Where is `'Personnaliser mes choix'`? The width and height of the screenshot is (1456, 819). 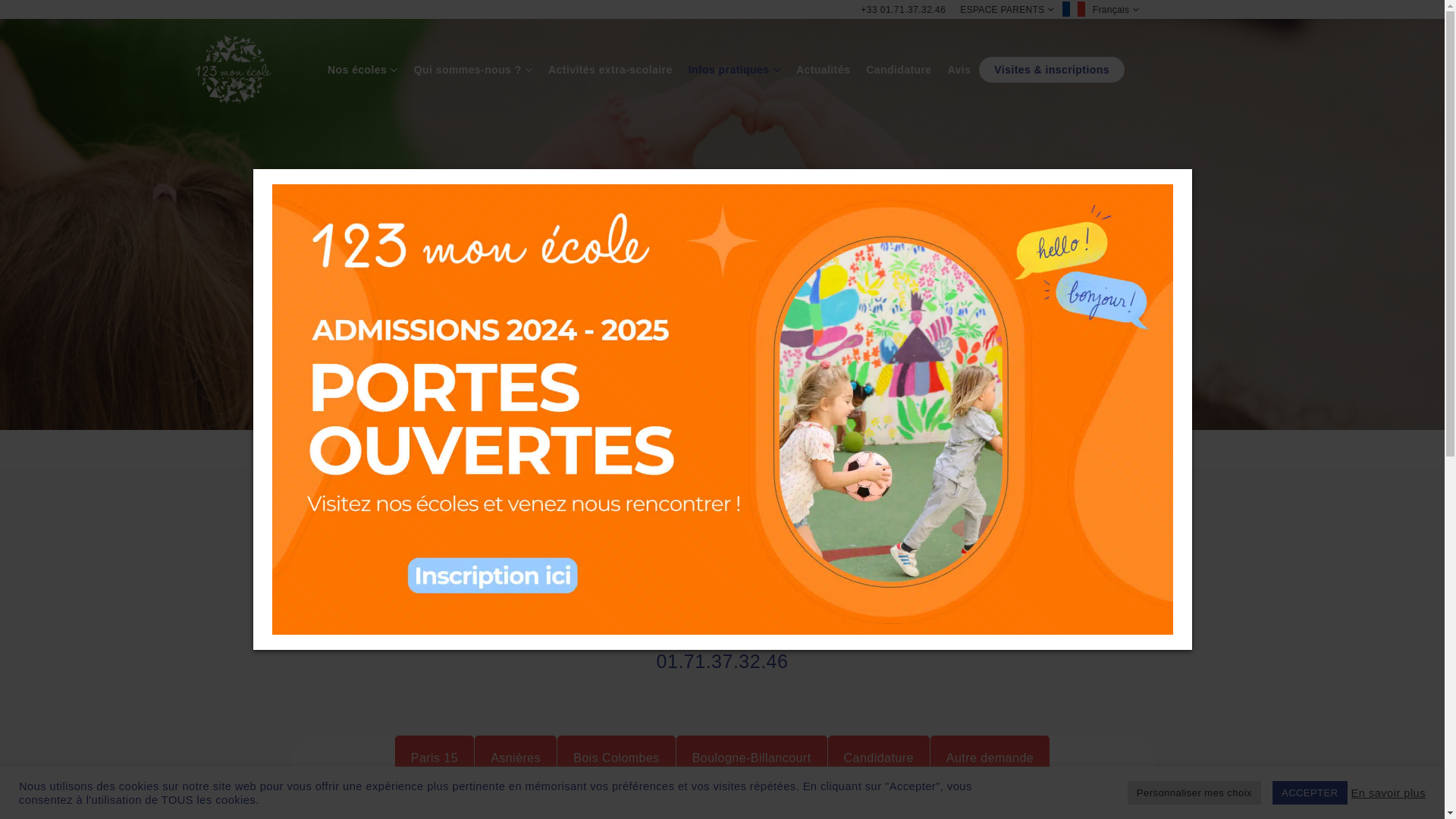
'Personnaliser mes choix' is located at coordinates (1193, 792).